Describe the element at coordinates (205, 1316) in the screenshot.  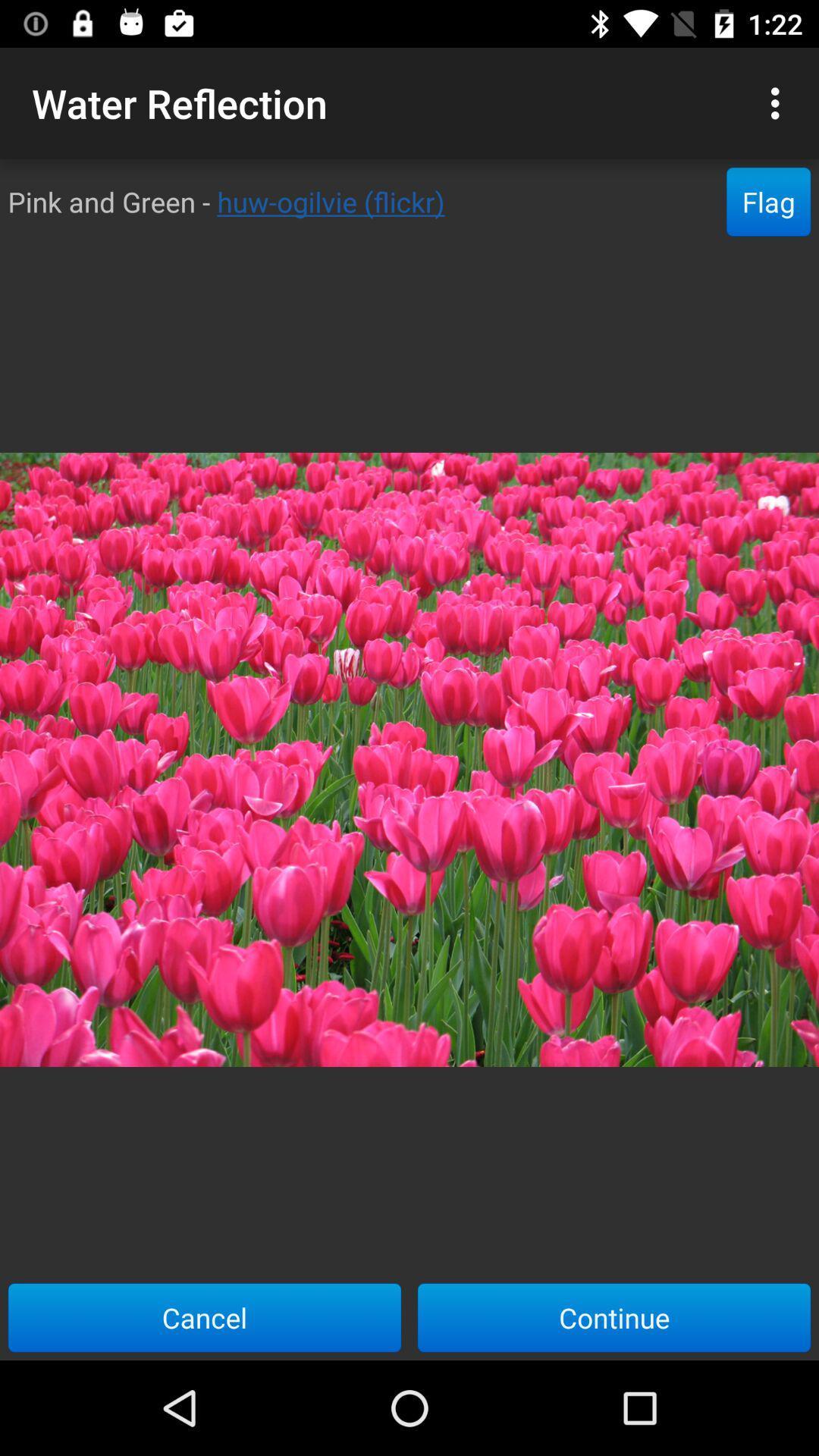
I see `cancel icon` at that location.